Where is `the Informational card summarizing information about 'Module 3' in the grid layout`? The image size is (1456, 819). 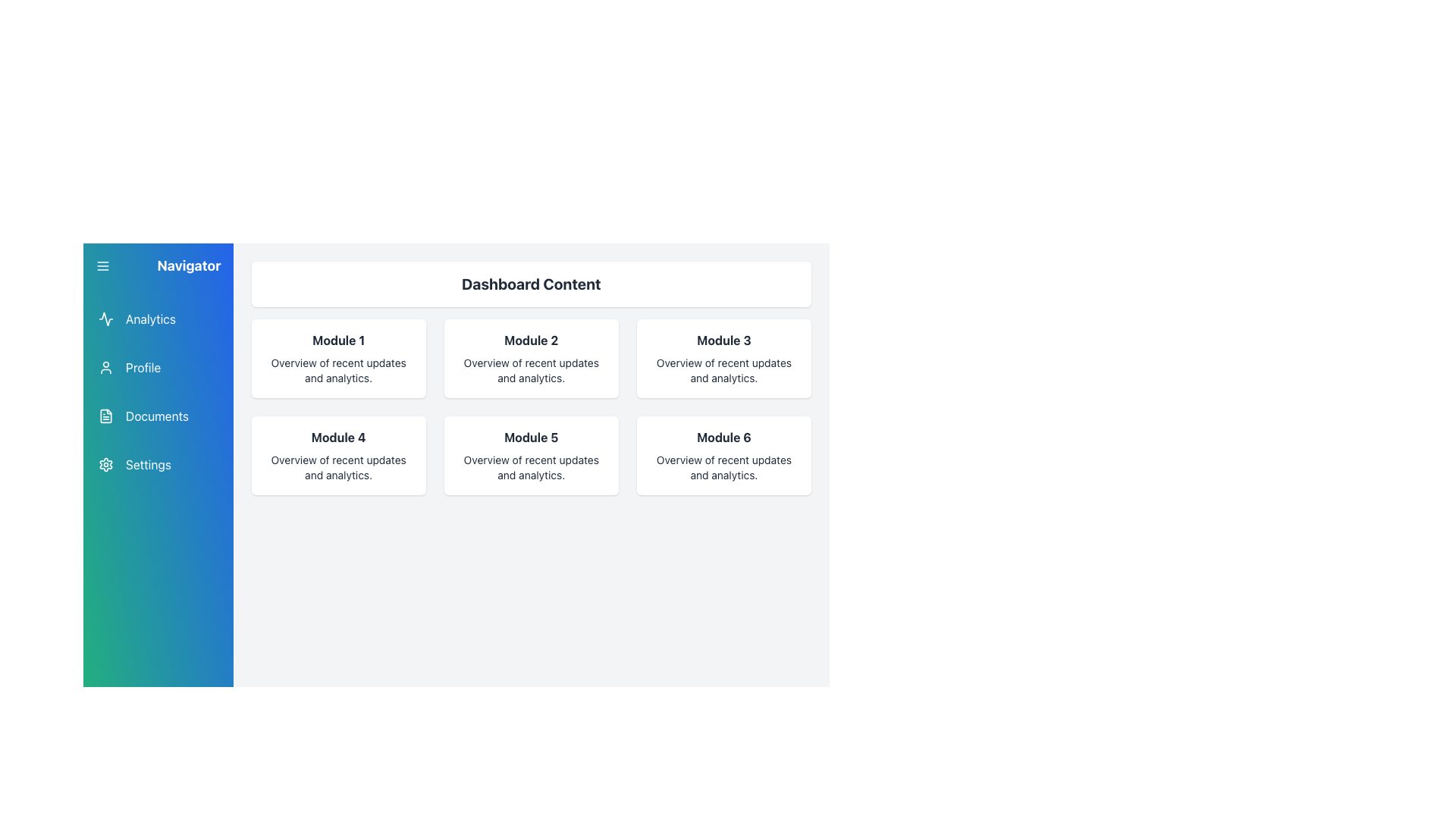 the Informational card summarizing information about 'Module 3' in the grid layout is located at coordinates (723, 359).